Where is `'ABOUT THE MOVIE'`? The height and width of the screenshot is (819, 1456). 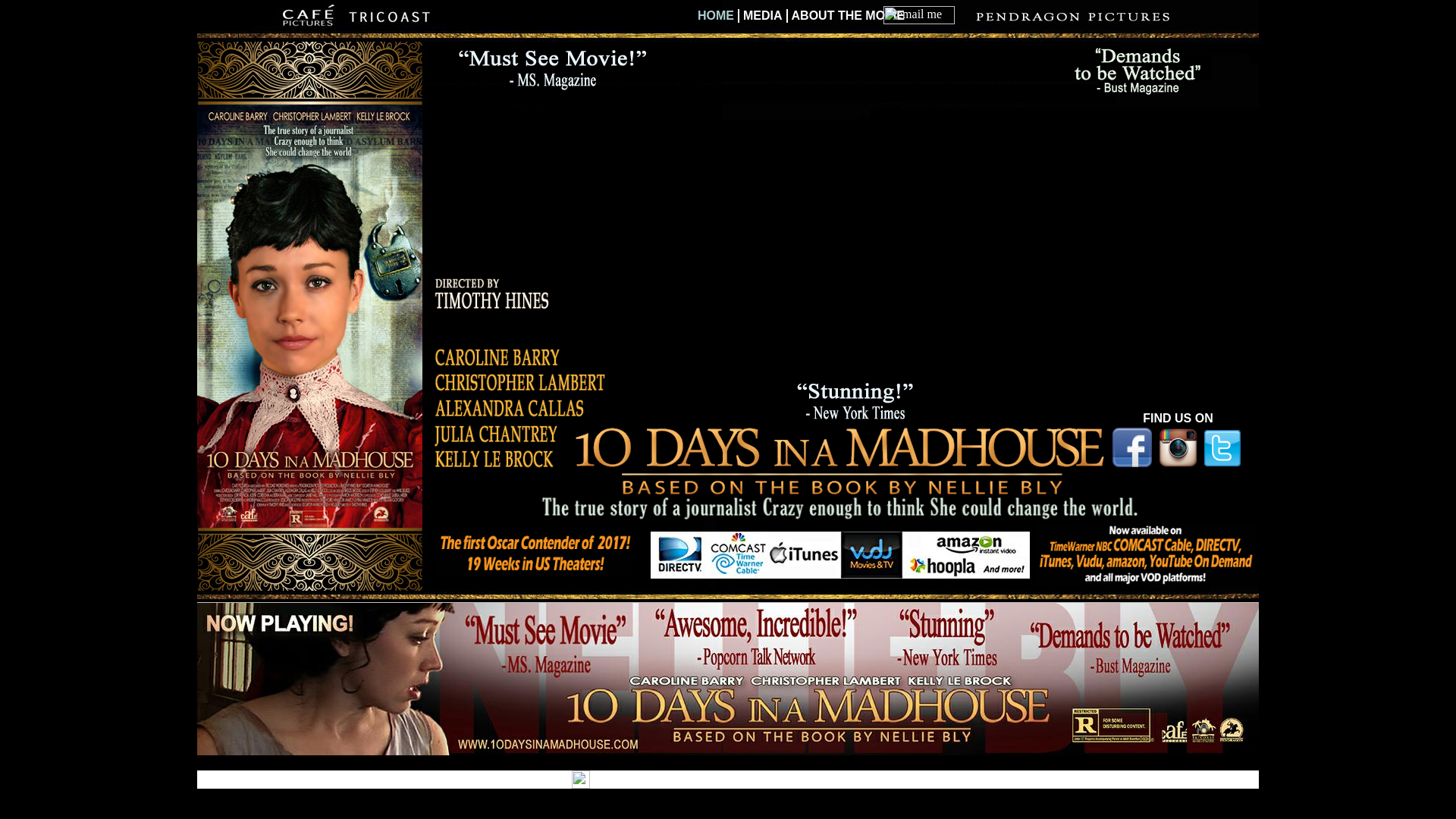 'ABOUT THE MOVIE' is located at coordinates (846, 15).